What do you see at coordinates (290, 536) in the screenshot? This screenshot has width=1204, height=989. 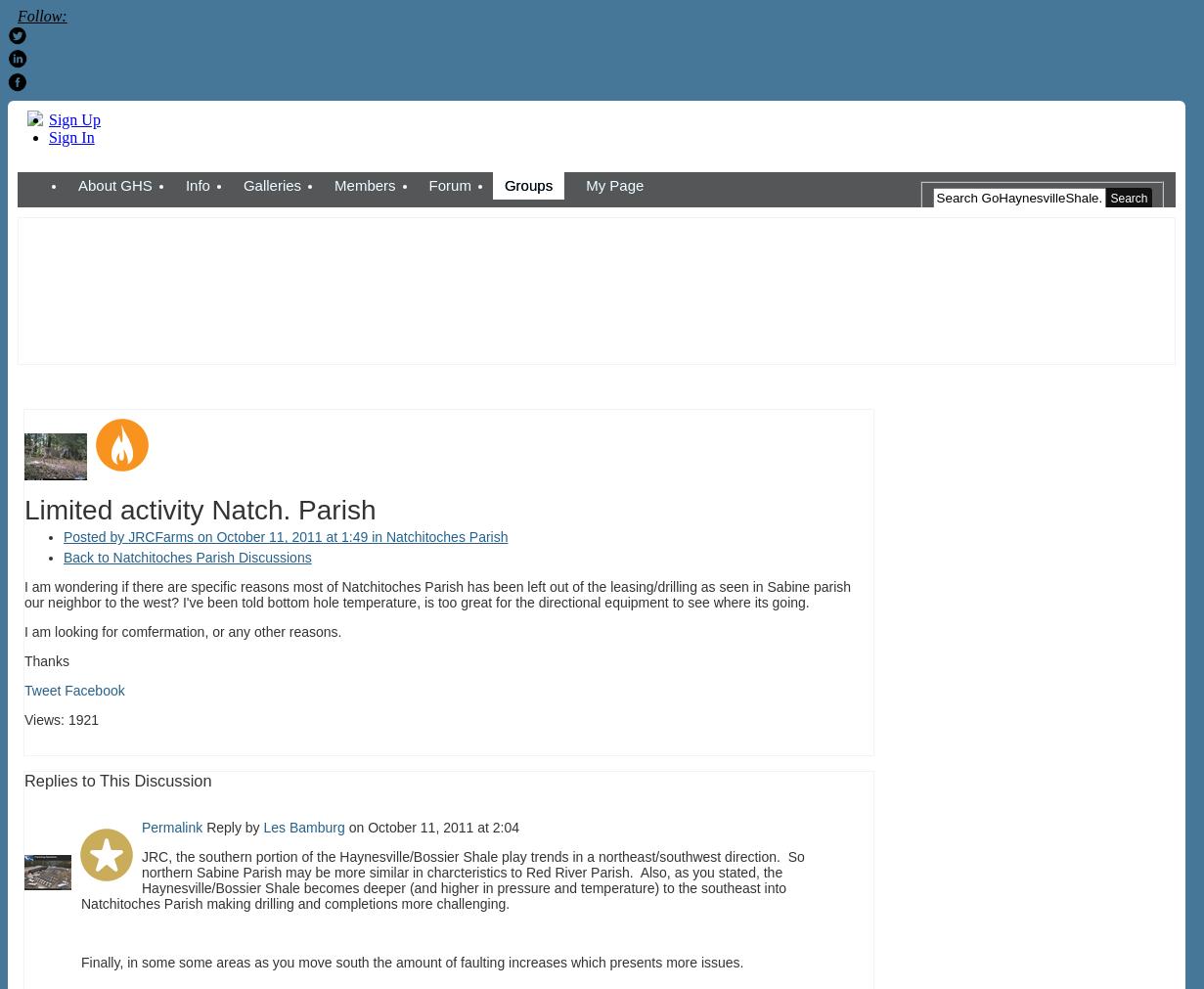 I see `'on October 11, 2011 at 1:49 in'` at bounding box center [290, 536].